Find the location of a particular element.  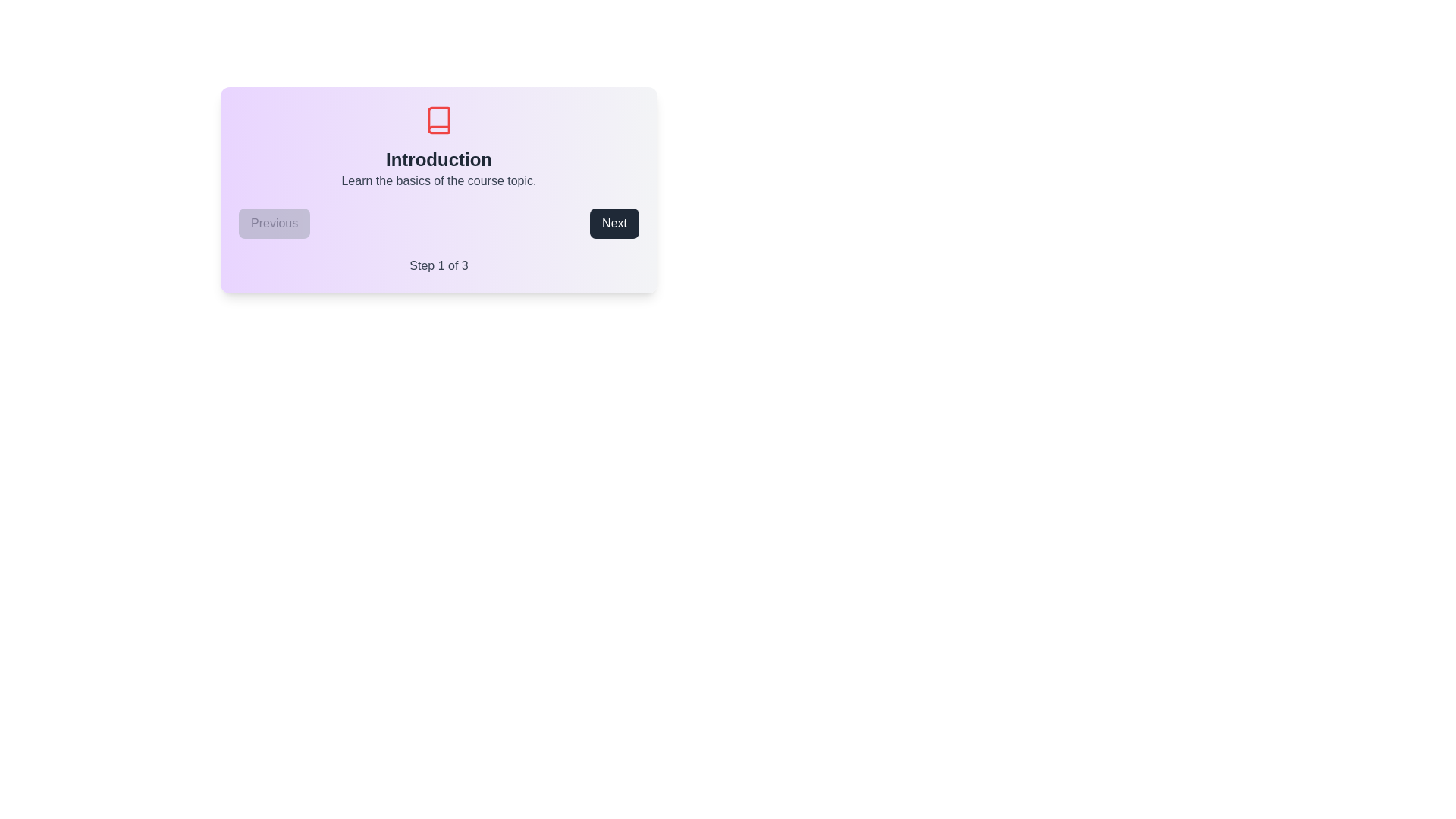

the 'Next' button to navigate to the next step is located at coordinates (614, 223).